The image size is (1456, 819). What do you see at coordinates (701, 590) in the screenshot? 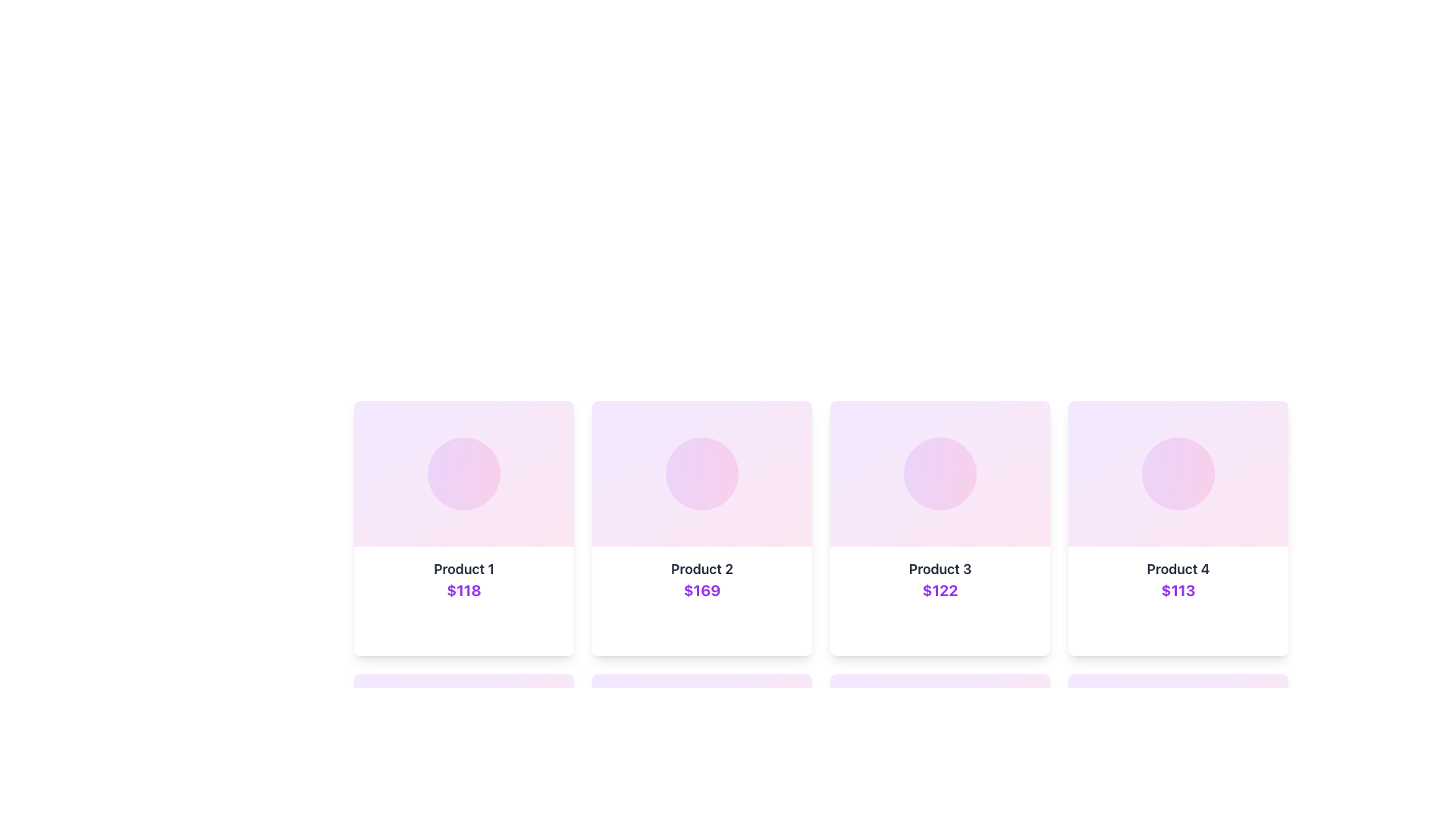
I see `the price label displayed for 'Product 2', which is centrally located within its card, positioned below the product title and above the 'Add to Cart' area` at bounding box center [701, 590].